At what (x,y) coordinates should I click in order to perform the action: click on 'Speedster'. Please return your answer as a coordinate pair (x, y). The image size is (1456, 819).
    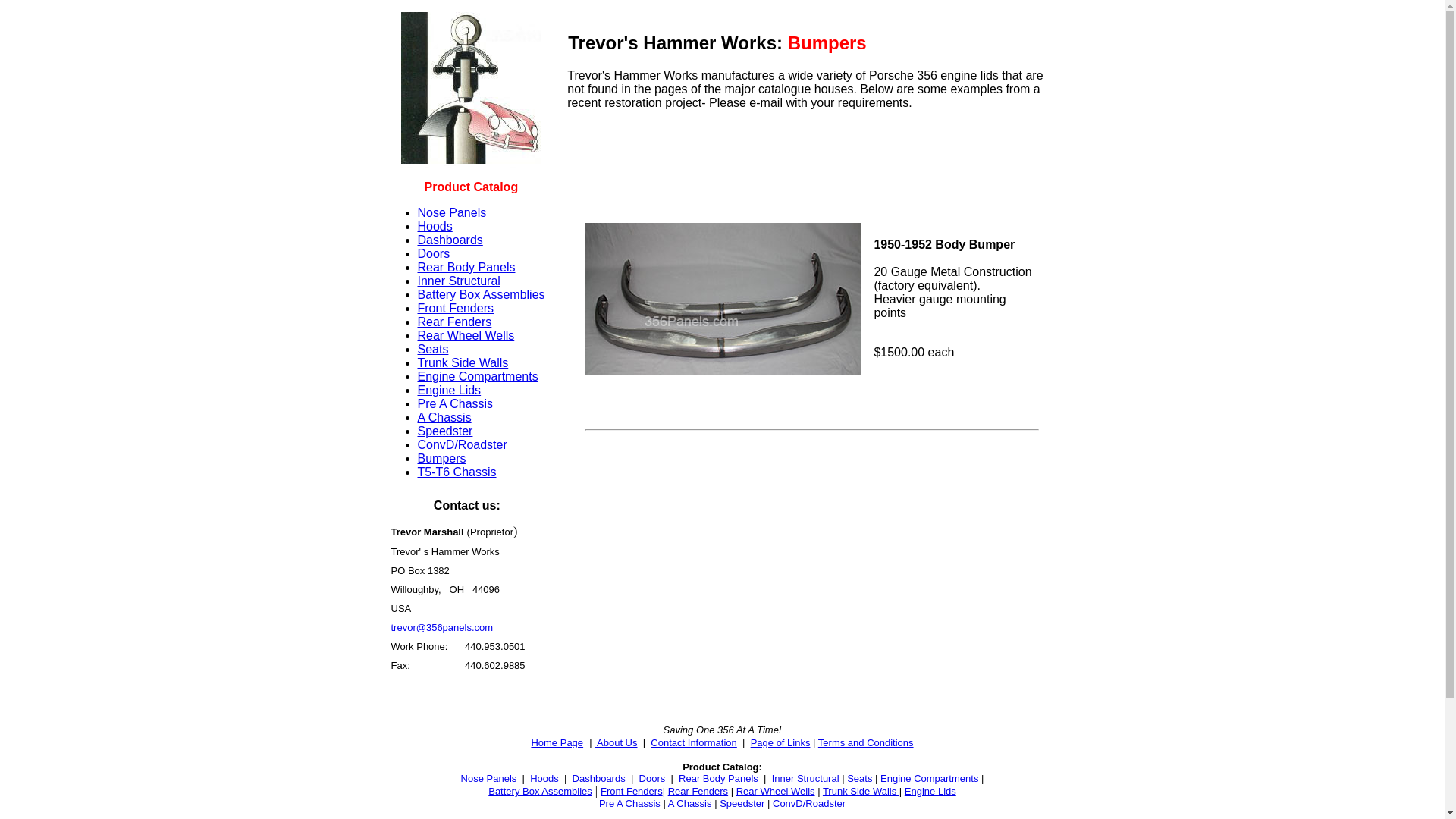
    Looking at the image, I should click on (742, 802).